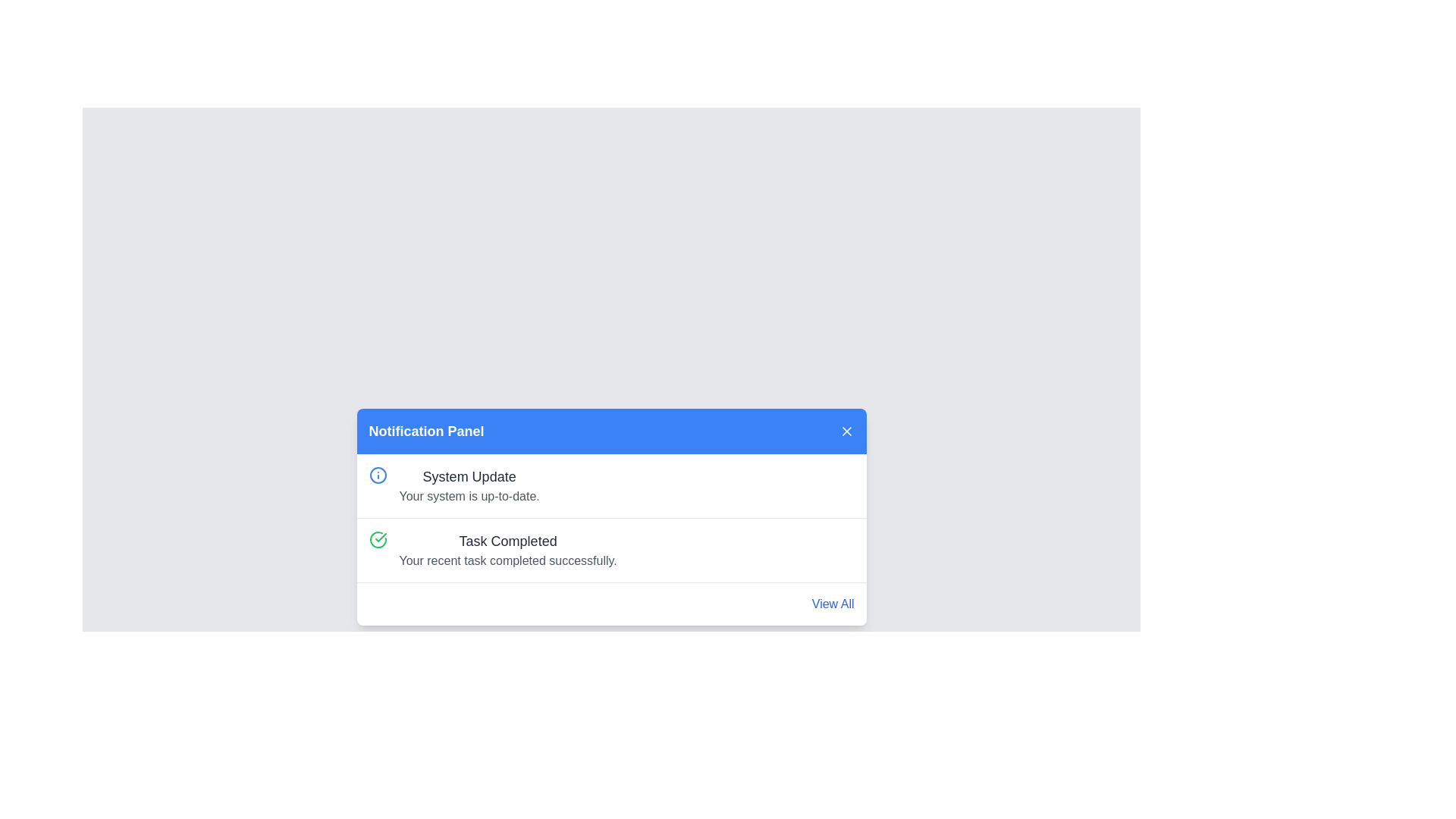 This screenshot has width=1456, height=819. Describe the element at coordinates (469, 475) in the screenshot. I see `the text label that serves as a title for the system update description, located at the top-left corner inside the notification panel, below the 'Notification Panel' header` at that location.